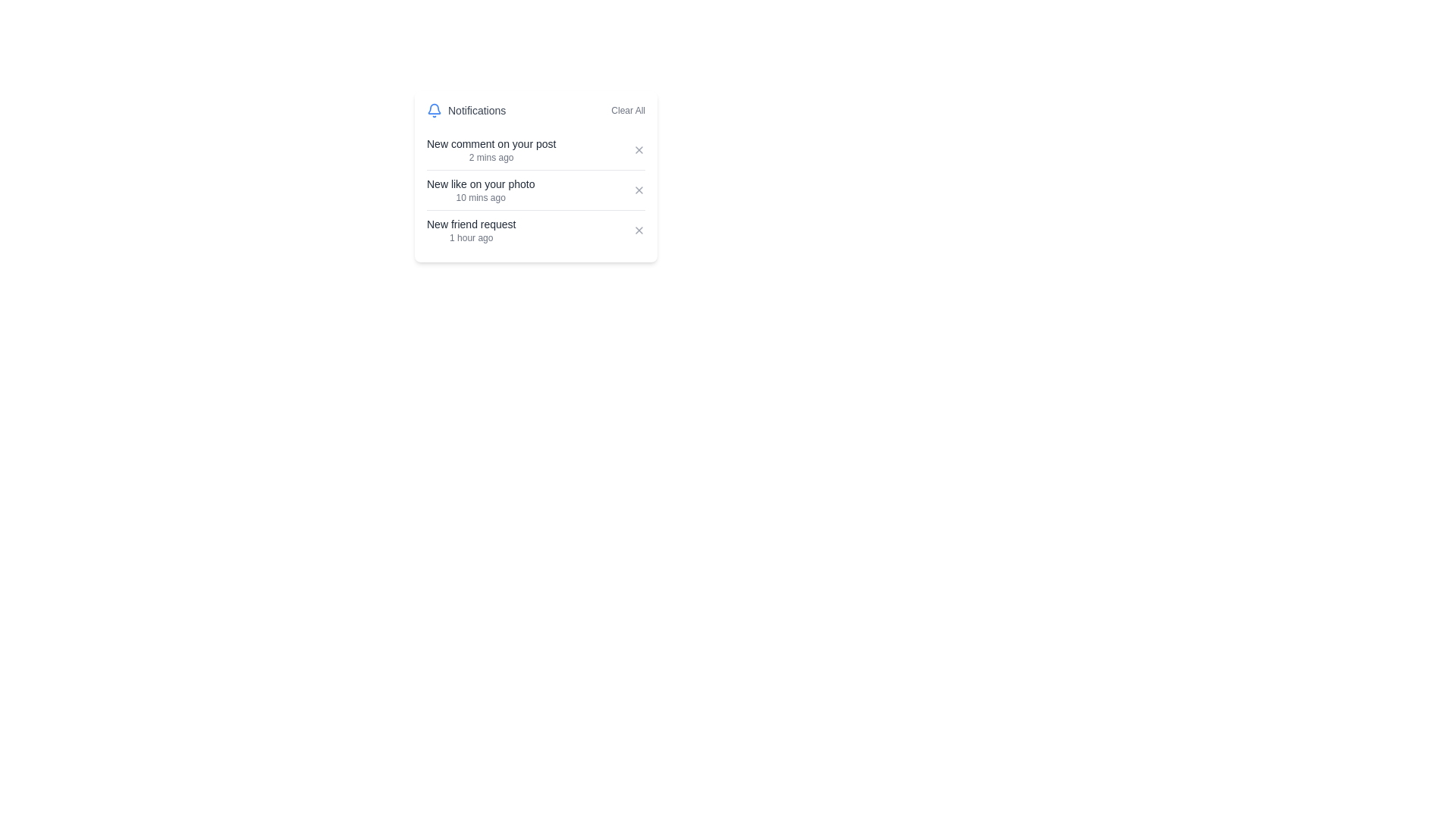  What do you see at coordinates (470, 224) in the screenshot?
I see `text displayed in the first line of the third notification entry about a new friend request notification, which is located directly above the timestamp '1 hour ago'` at bounding box center [470, 224].